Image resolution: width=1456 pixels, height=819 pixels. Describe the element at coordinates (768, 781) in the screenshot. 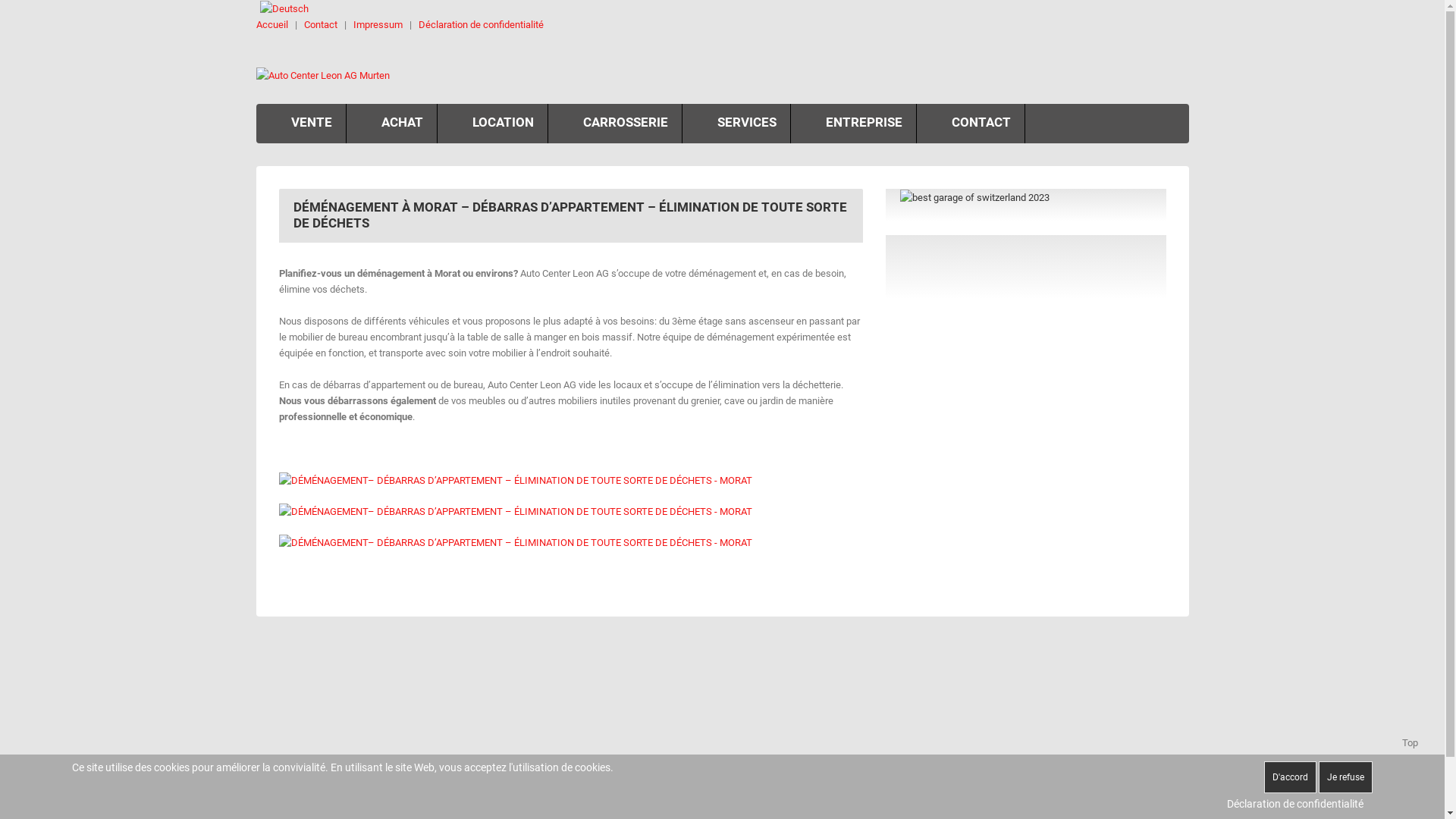

I see `'026 672 21 24'` at that location.